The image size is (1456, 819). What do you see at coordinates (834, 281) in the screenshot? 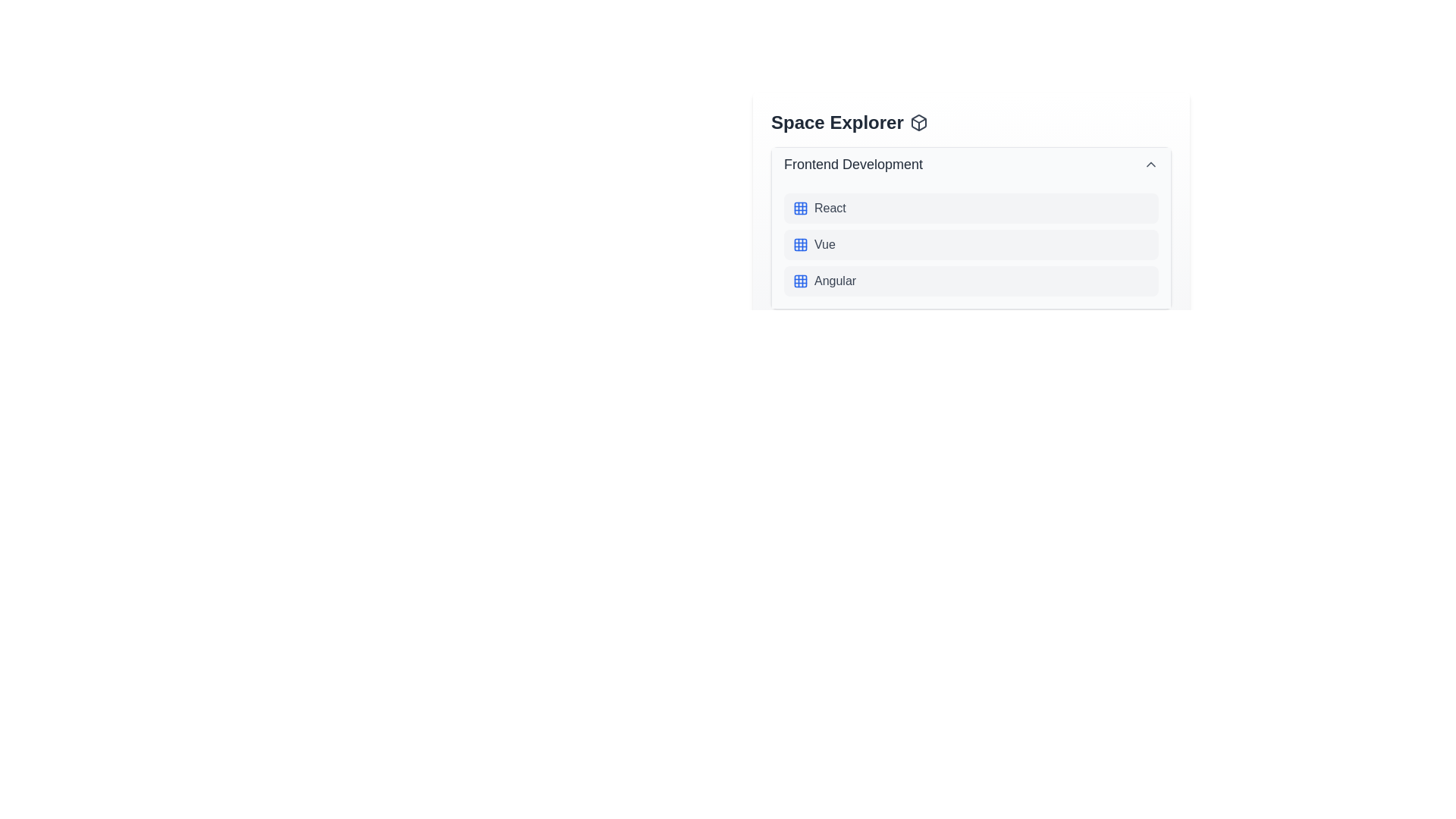
I see `text label indicating 'Angular' located in the third row of the list under 'Frontend Development'` at bounding box center [834, 281].